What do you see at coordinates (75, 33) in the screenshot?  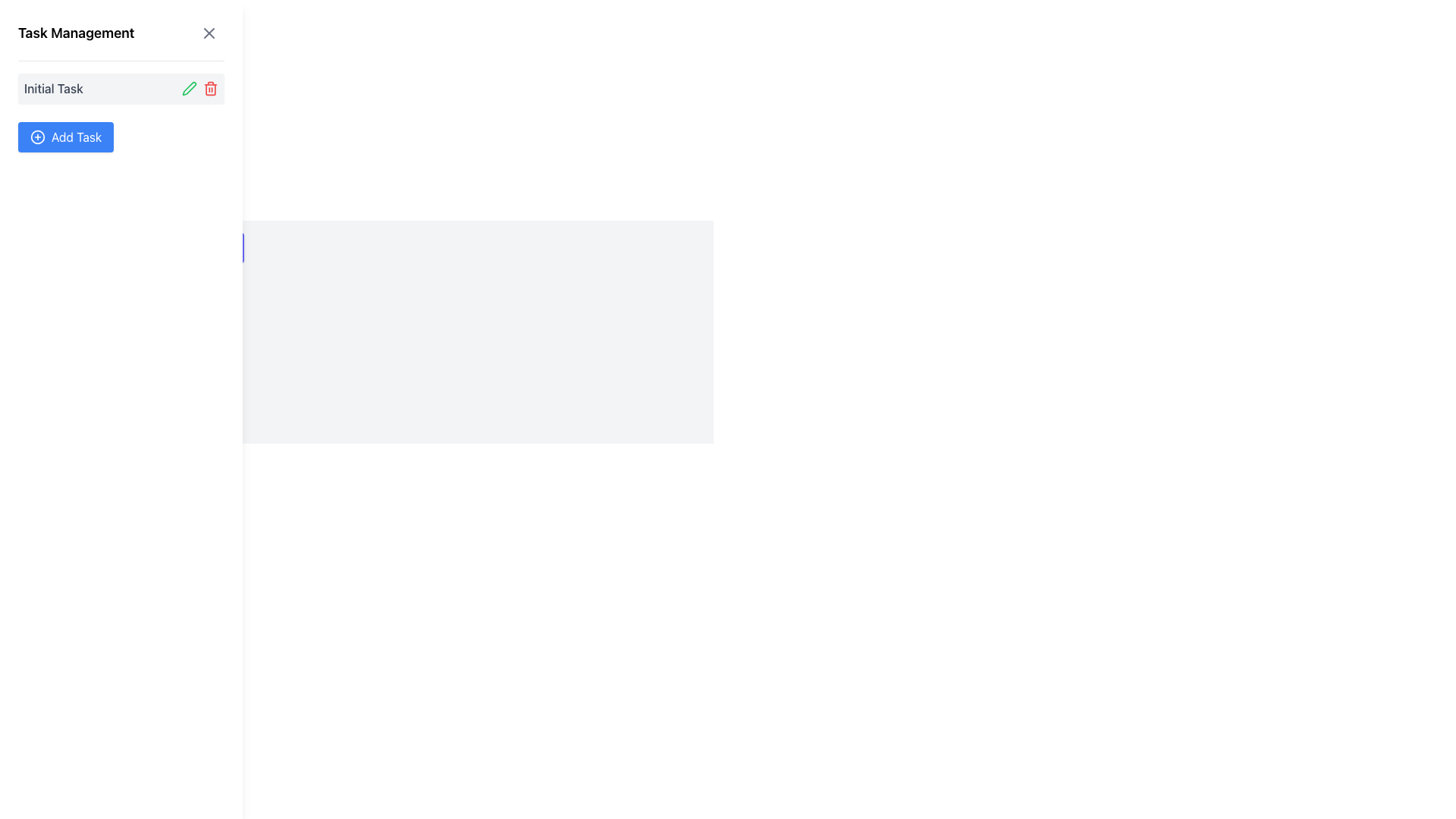 I see `static text element that serves as the title or heading for the panel, located at the top-left corner of the interface, positioned to the left of a button and an icon` at bounding box center [75, 33].